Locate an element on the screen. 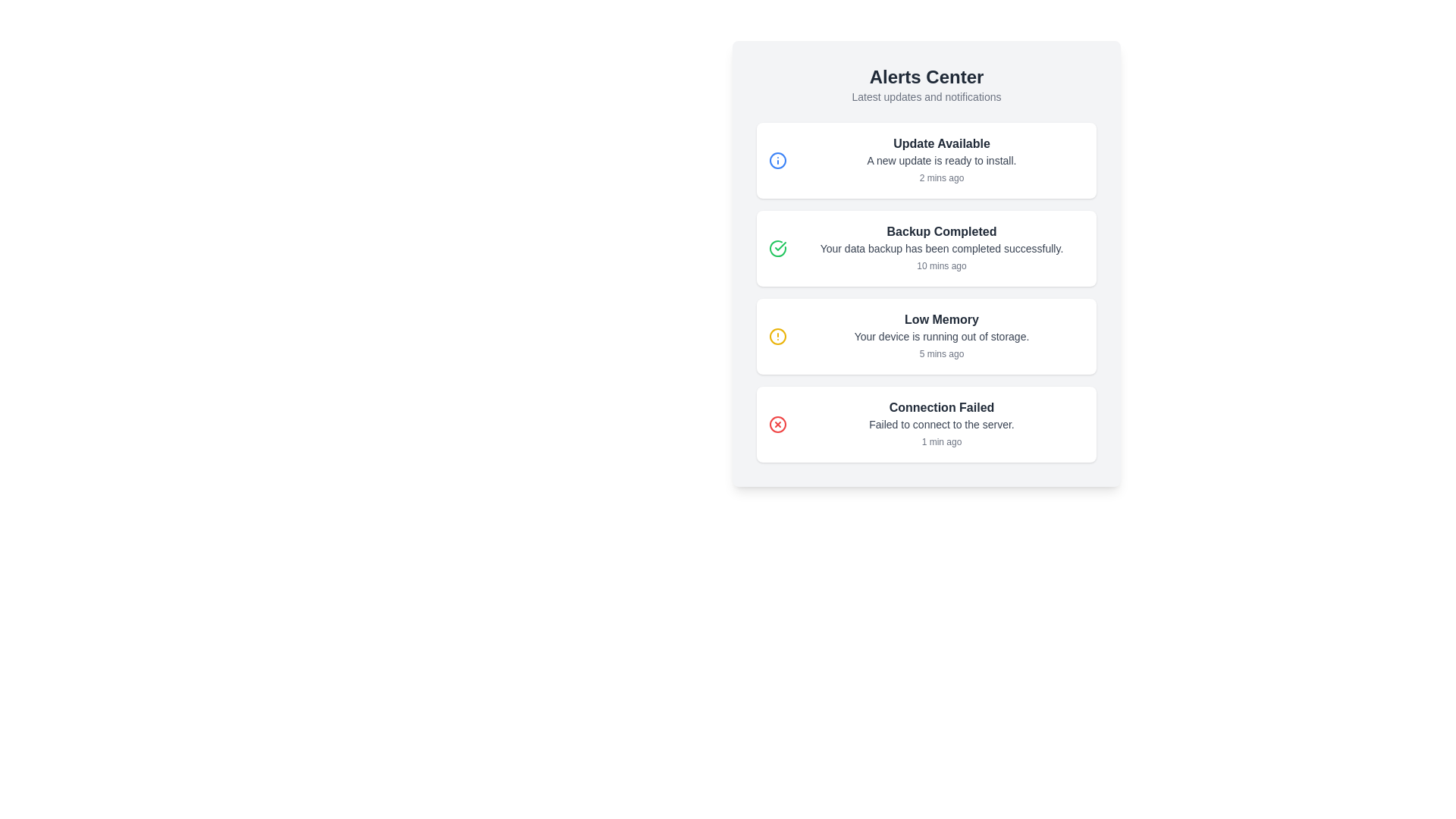 The width and height of the screenshot is (1456, 819). notification message 'Failed to connect to the server.' located in the fourth card beneath the title 'Connection Failed' is located at coordinates (941, 424).